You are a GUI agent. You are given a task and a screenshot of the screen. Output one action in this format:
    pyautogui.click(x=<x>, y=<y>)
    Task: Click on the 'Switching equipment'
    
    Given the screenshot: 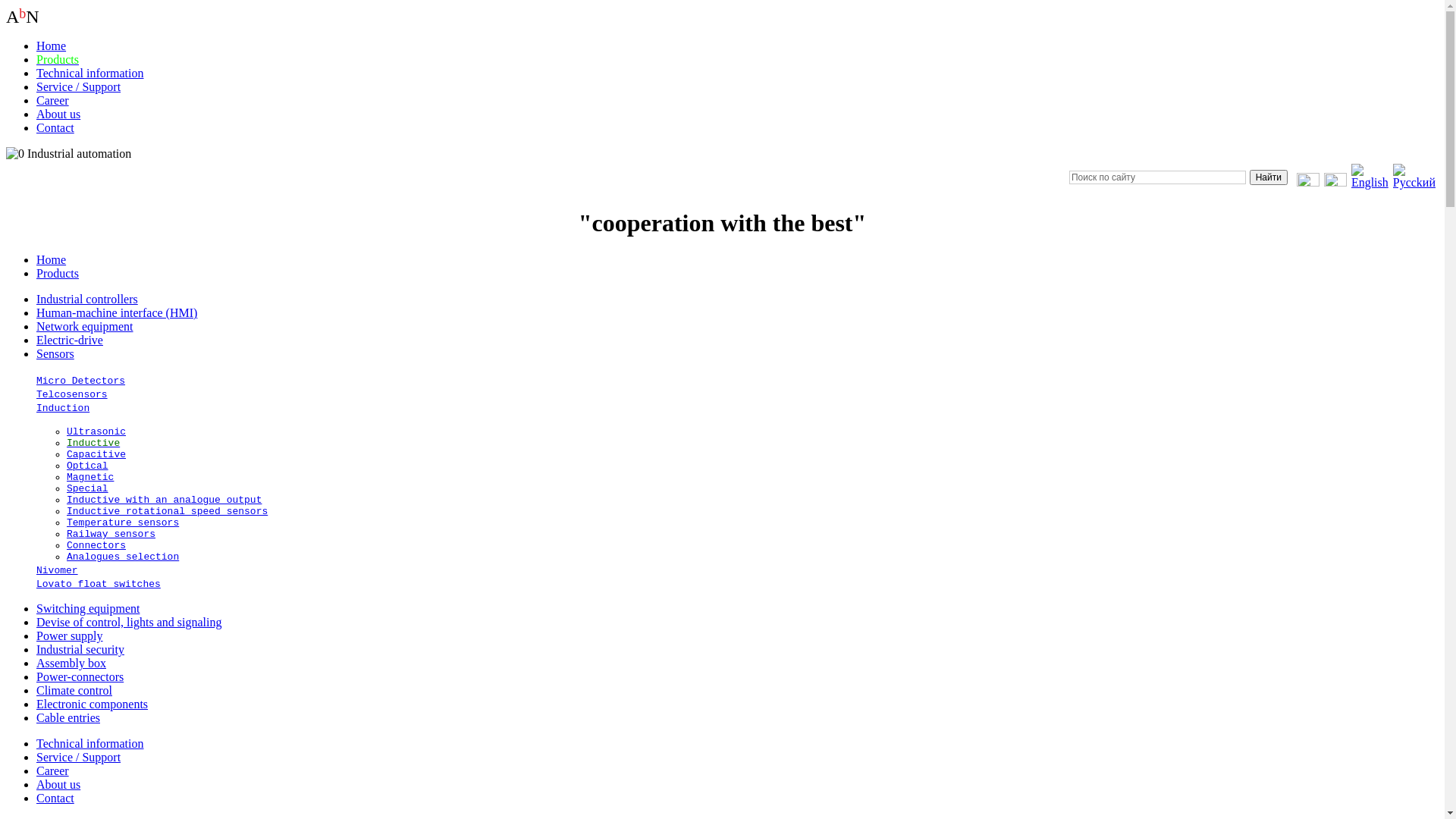 What is the action you would take?
    pyautogui.click(x=86, y=607)
    